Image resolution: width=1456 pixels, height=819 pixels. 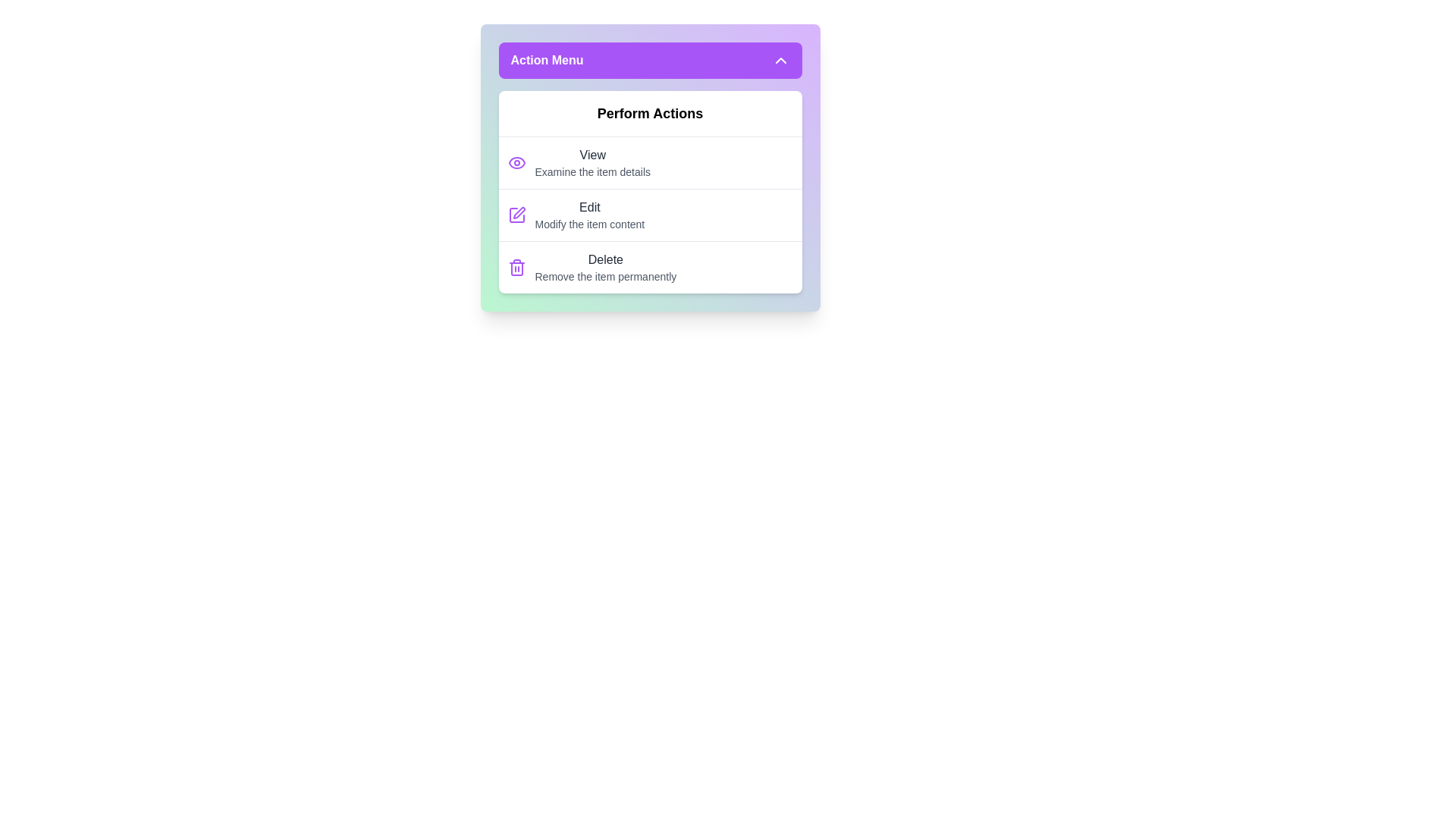 What do you see at coordinates (588, 215) in the screenshot?
I see `the 'Edit' action item in the action menu` at bounding box center [588, 215].